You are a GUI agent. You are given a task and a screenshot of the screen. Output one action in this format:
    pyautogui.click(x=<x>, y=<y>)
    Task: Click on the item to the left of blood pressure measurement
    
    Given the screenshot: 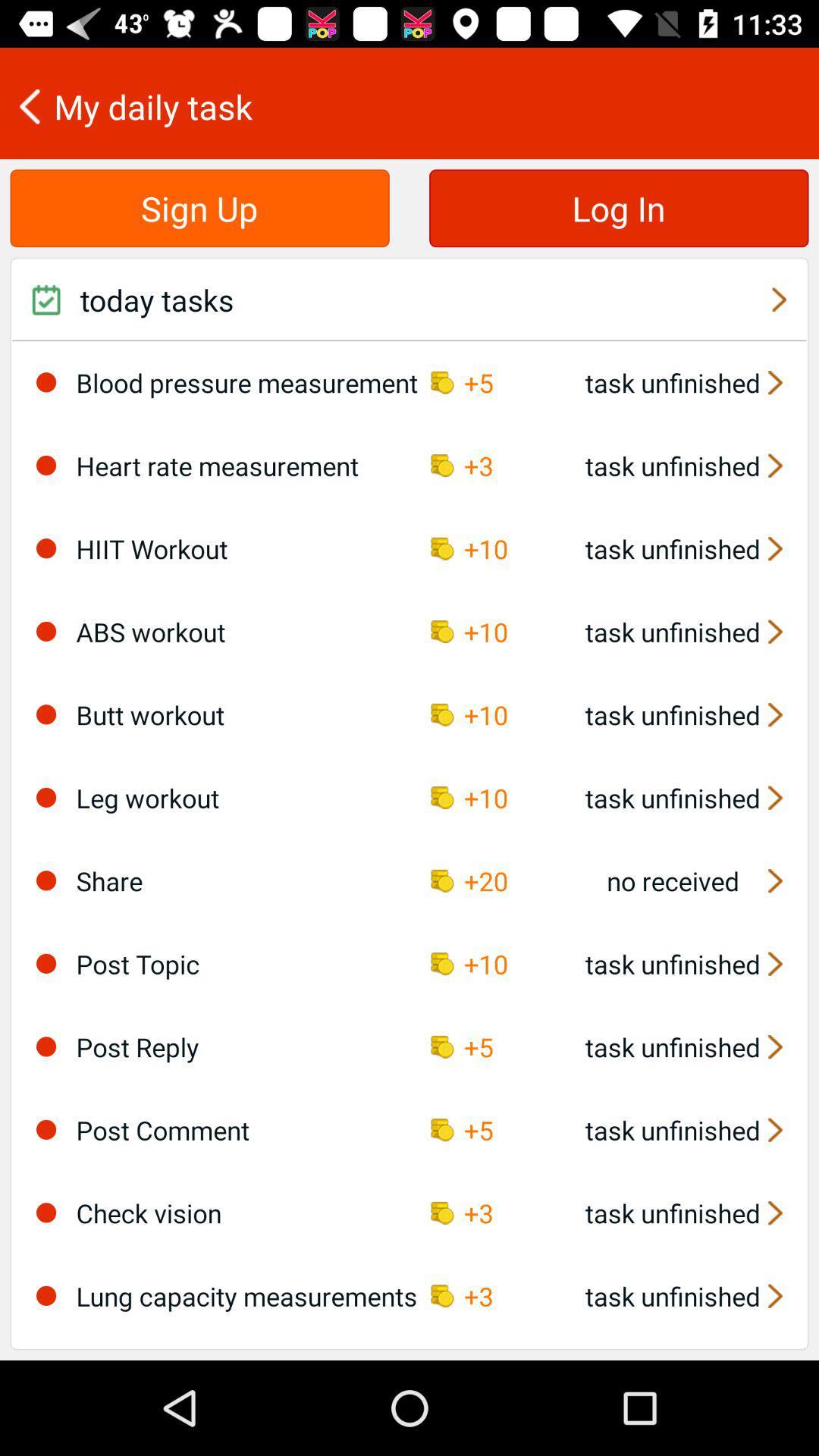 What is the action you would take?
    pyautogui.click(x=45, y=382)
    